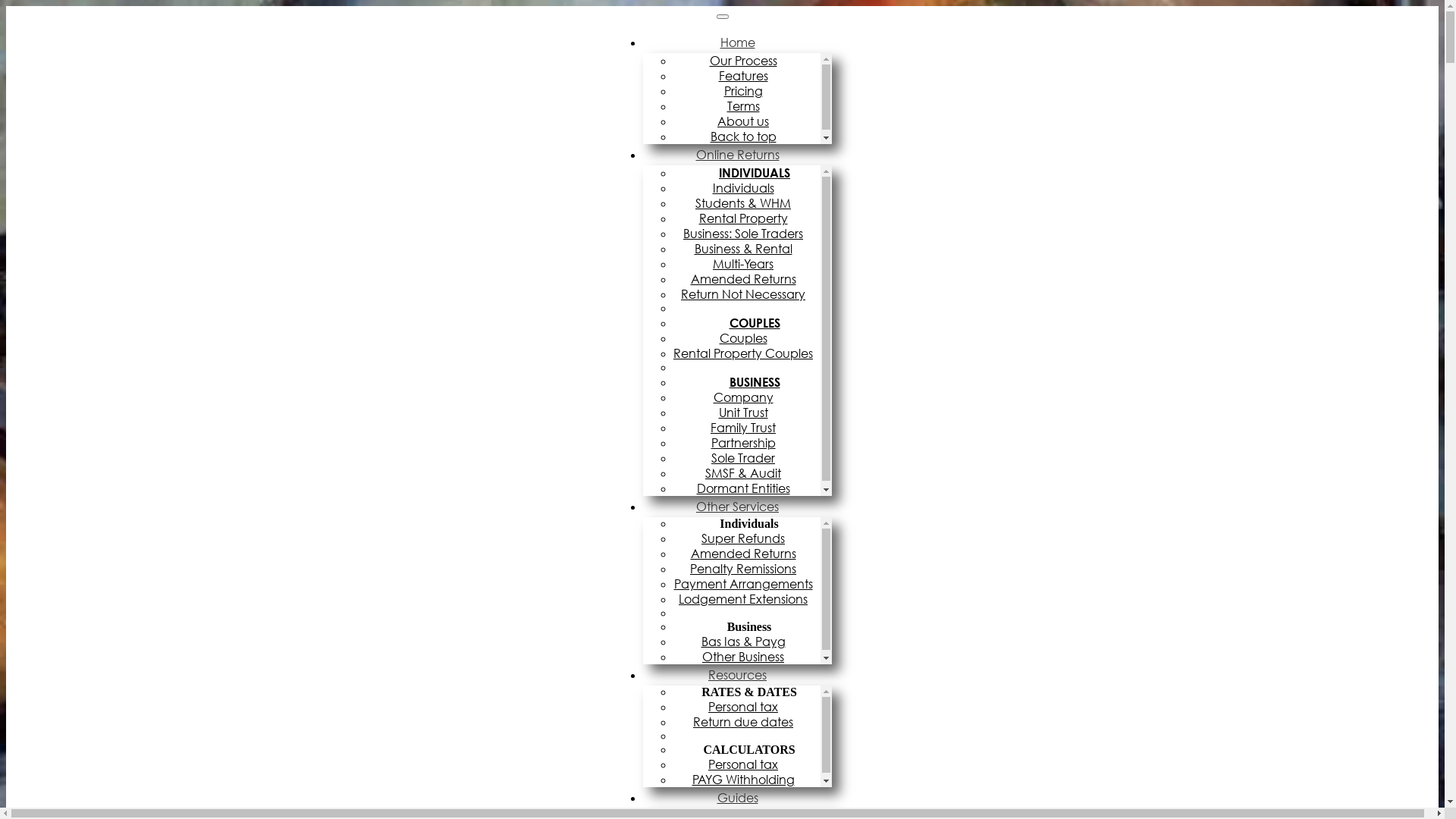  What do you see at coordinates (747, 381) in the screenshot?
I see `'BUSINESS'` at bounding box center [747, 381].